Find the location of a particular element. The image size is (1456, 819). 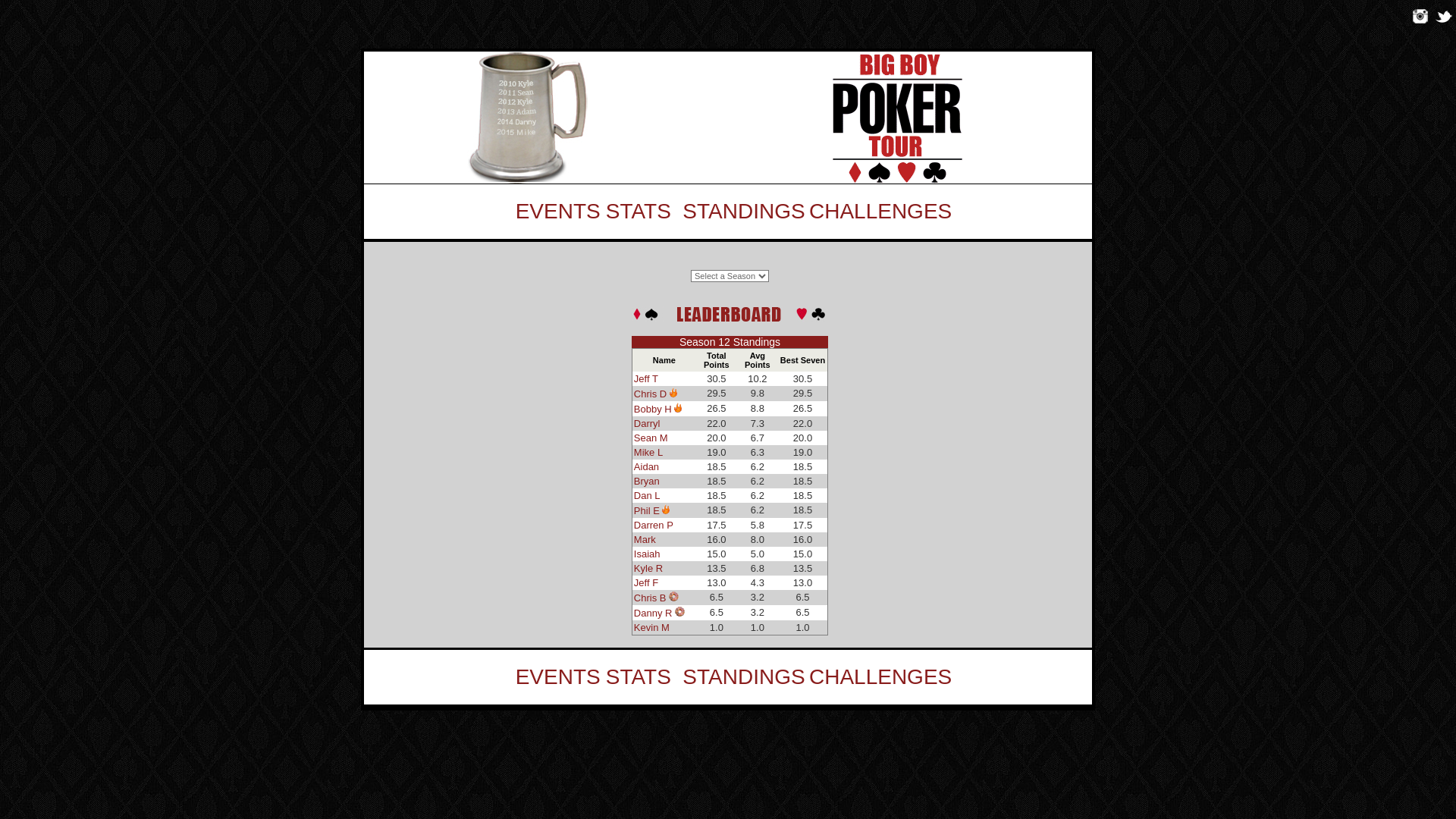

'Bryan' is located at coordinates (647, 481).